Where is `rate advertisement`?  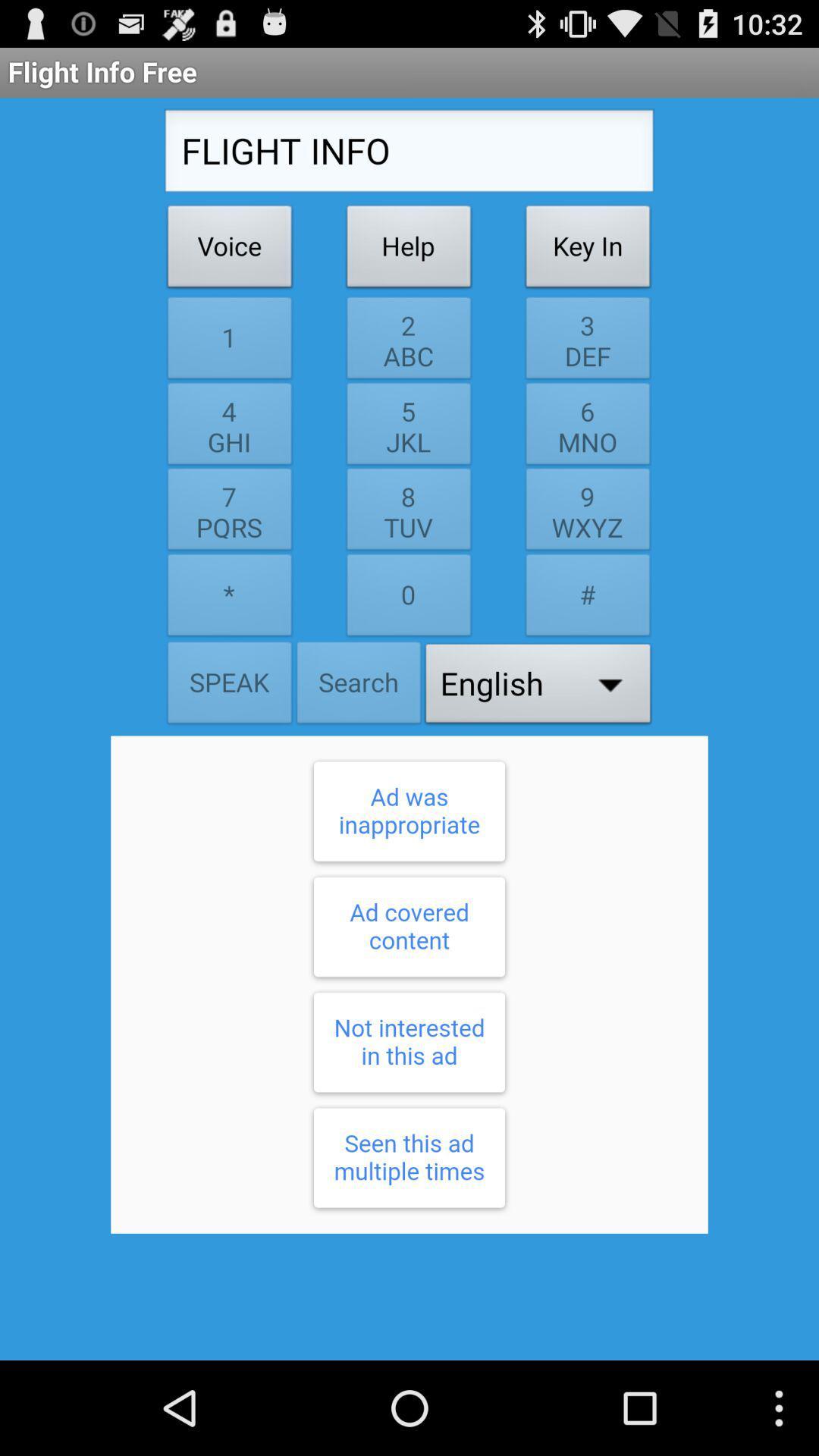 rate advertisement is located at coordinates (409, 984).